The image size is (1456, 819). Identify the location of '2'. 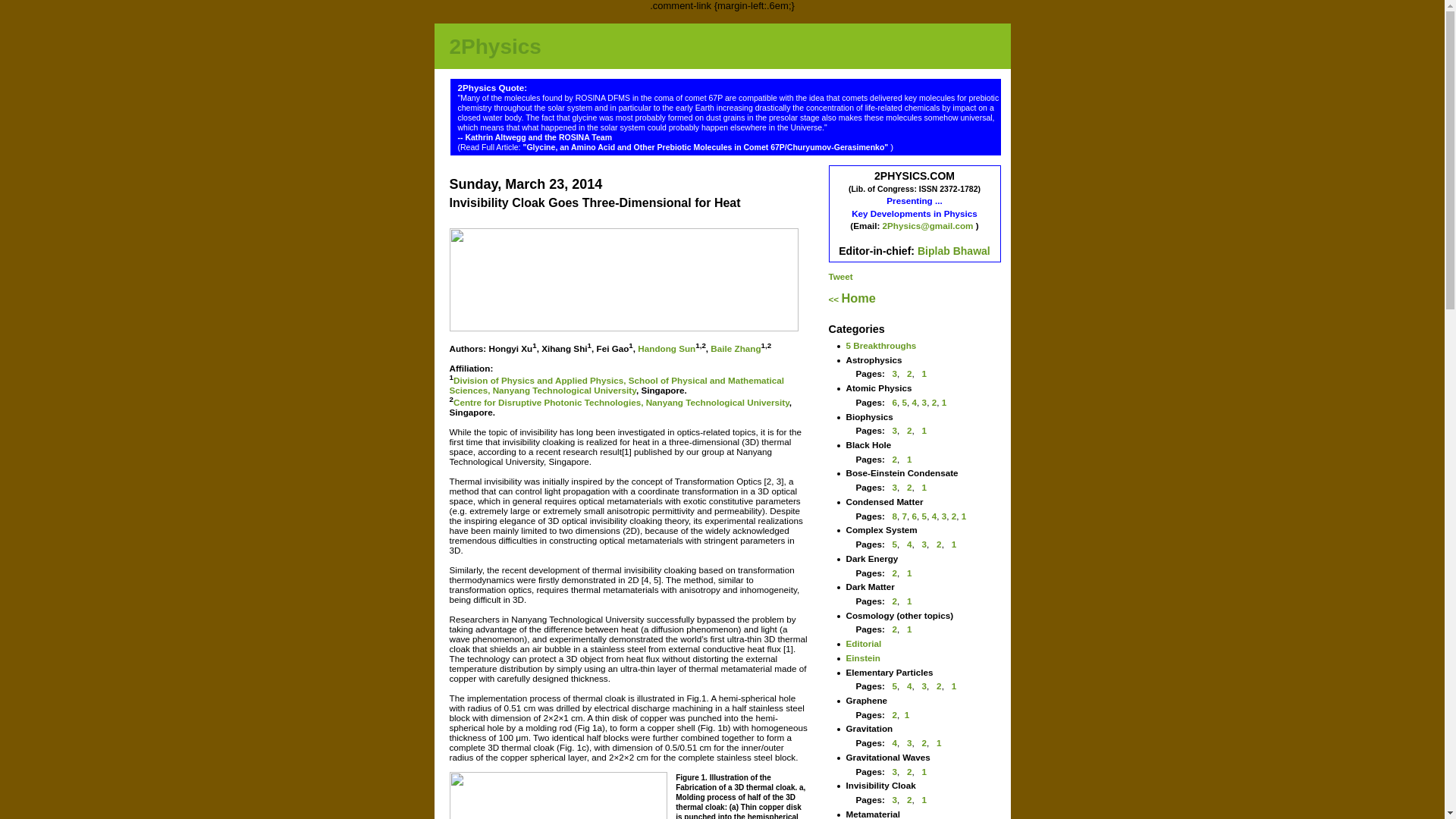
(909, 799).